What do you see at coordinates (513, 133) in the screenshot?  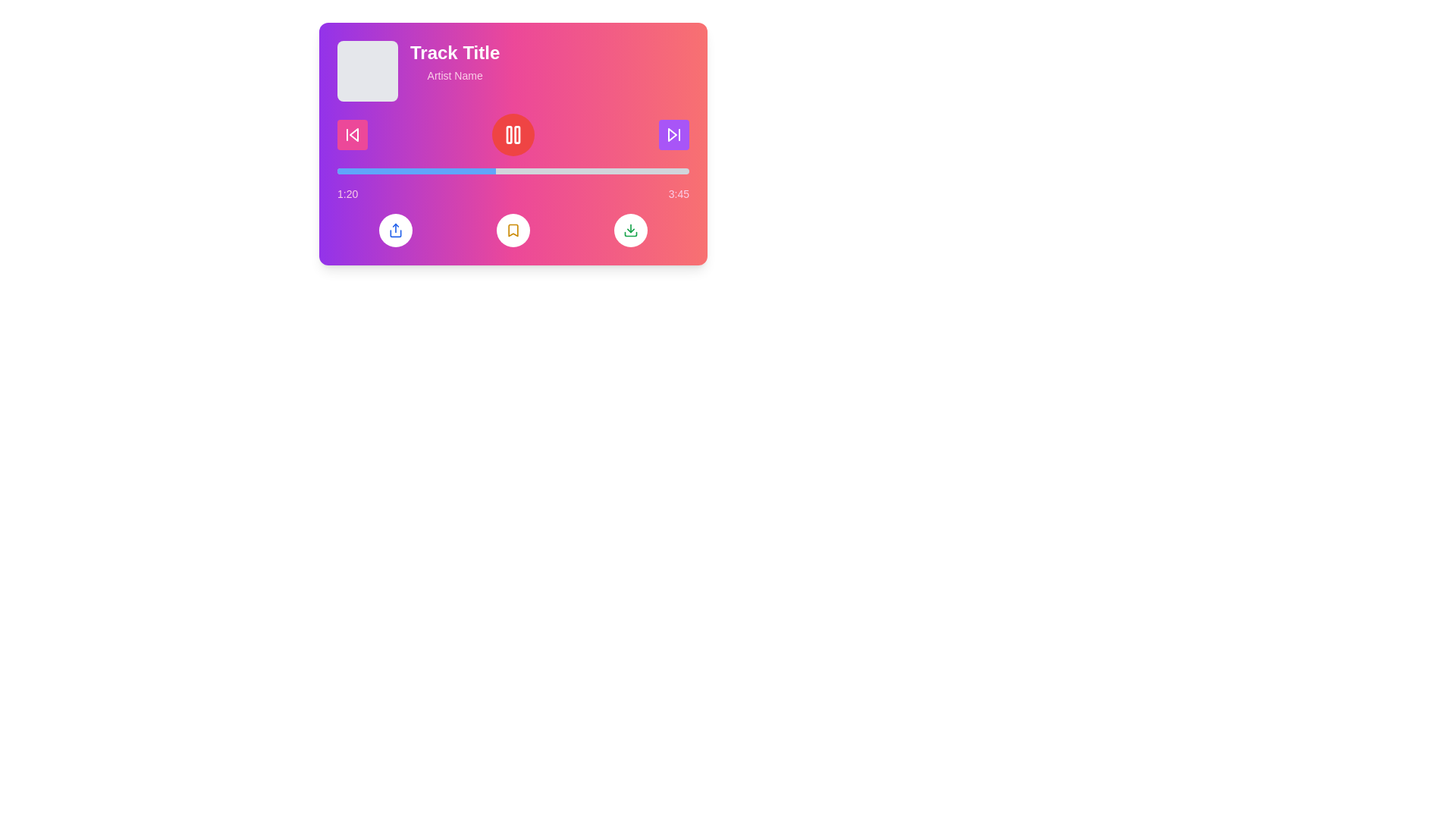 I see `the pause button in the media controls section` at bounding box center [513, 133].